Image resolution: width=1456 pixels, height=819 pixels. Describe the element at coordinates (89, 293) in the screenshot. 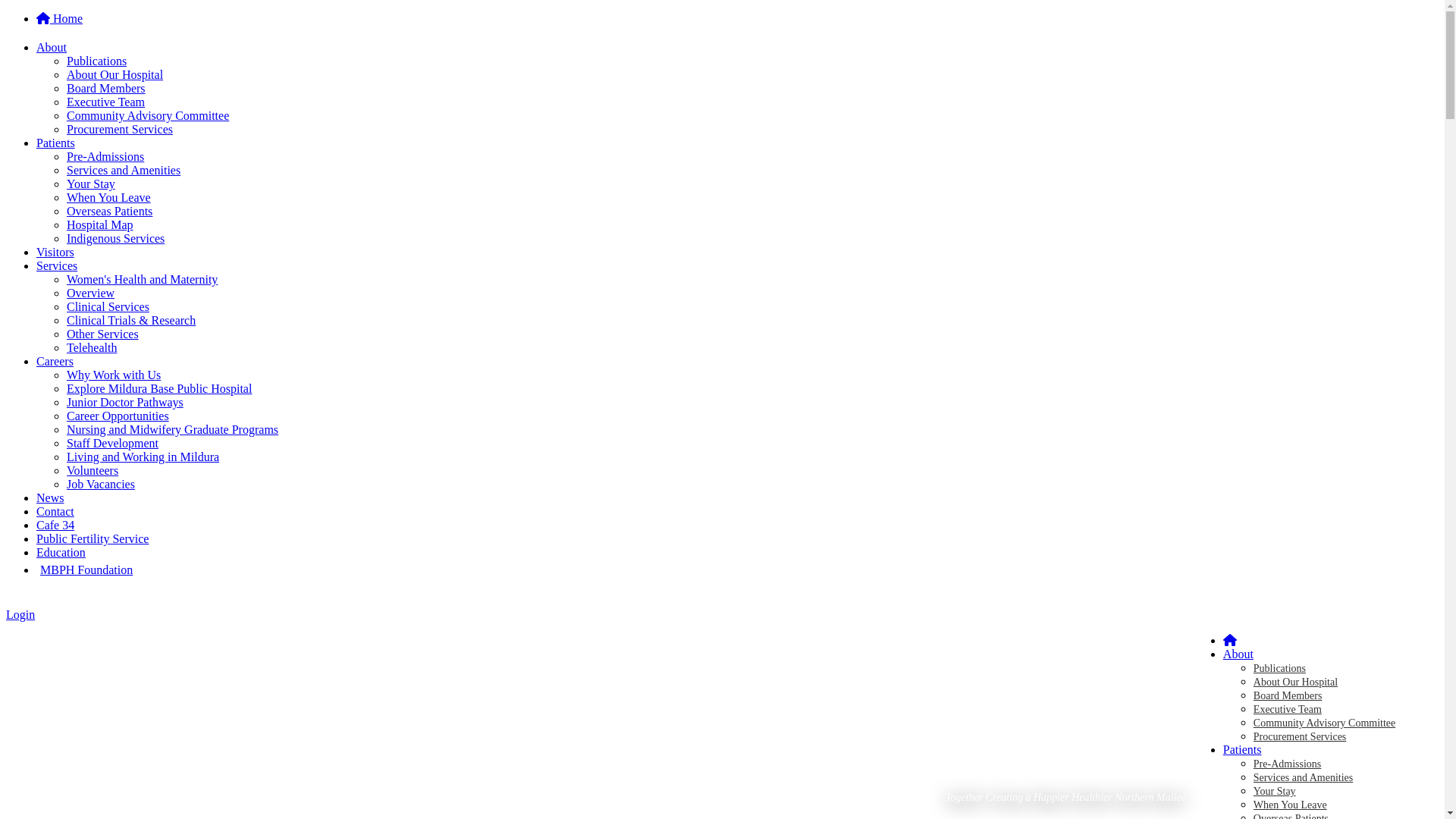

I see `'Overview'` at that location.